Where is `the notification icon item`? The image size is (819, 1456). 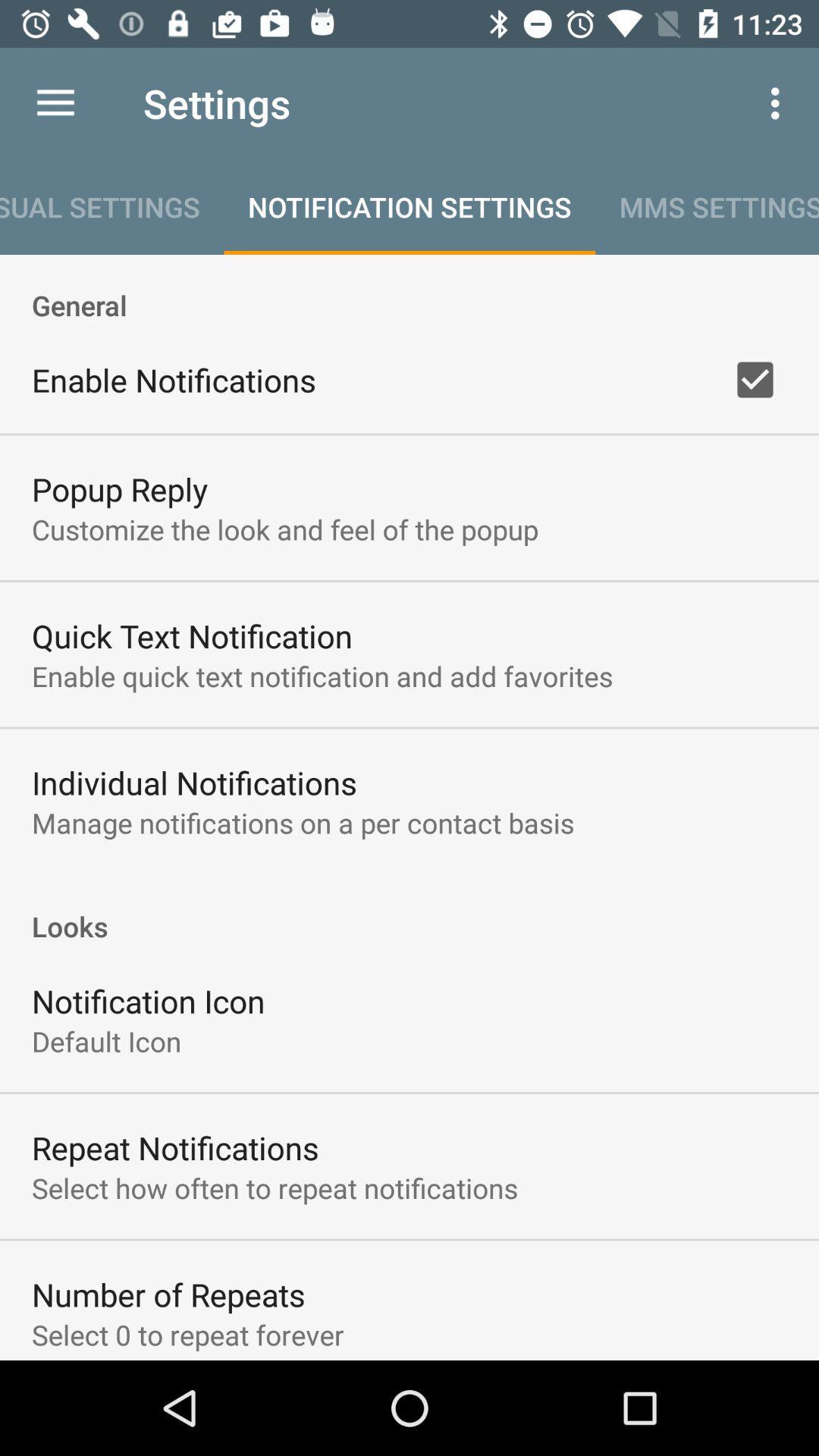
the notification icon item is located at coordinates (148, 1001).